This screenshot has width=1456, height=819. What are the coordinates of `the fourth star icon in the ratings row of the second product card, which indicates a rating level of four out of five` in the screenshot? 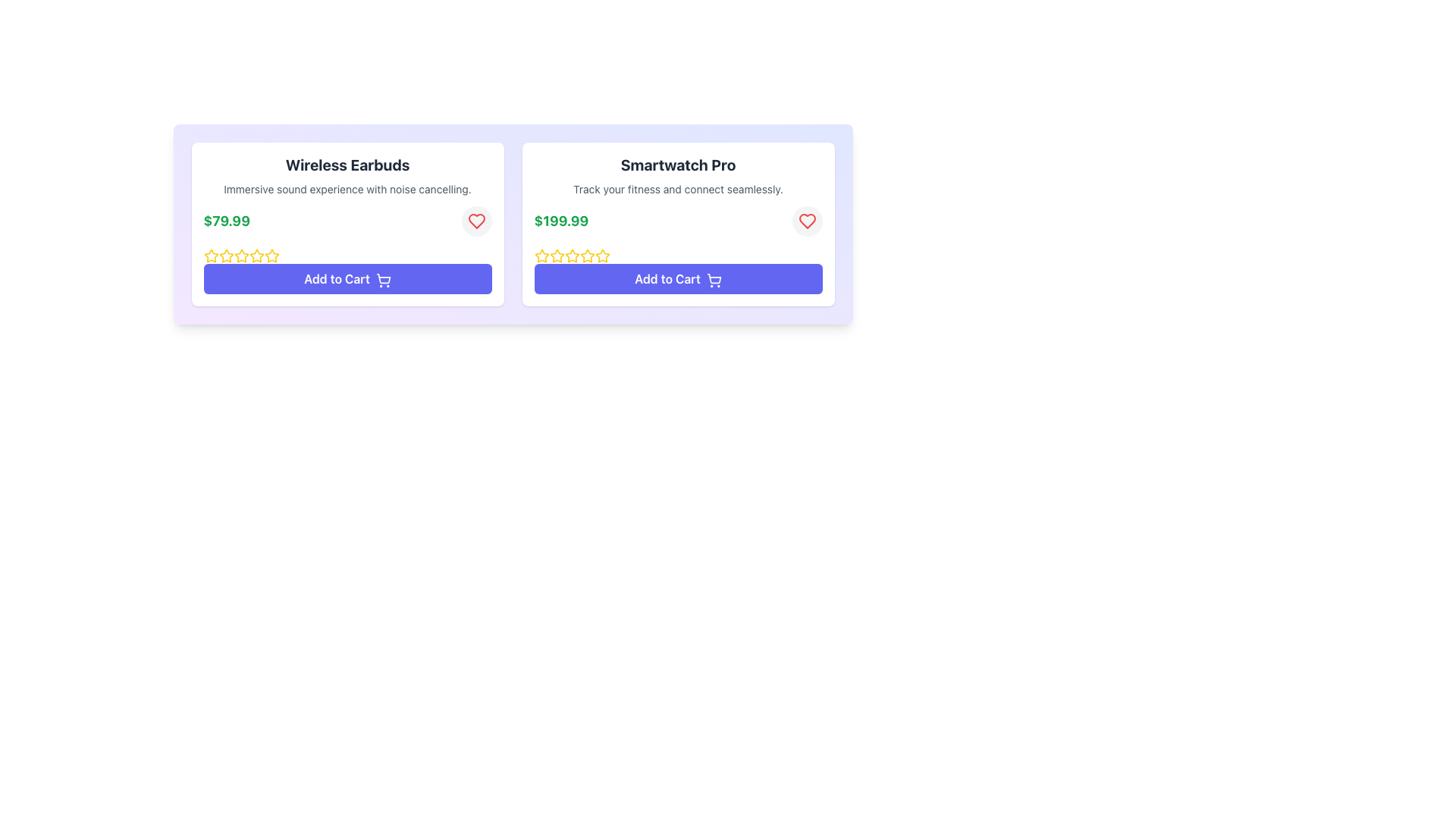 It's located at (601, 255).